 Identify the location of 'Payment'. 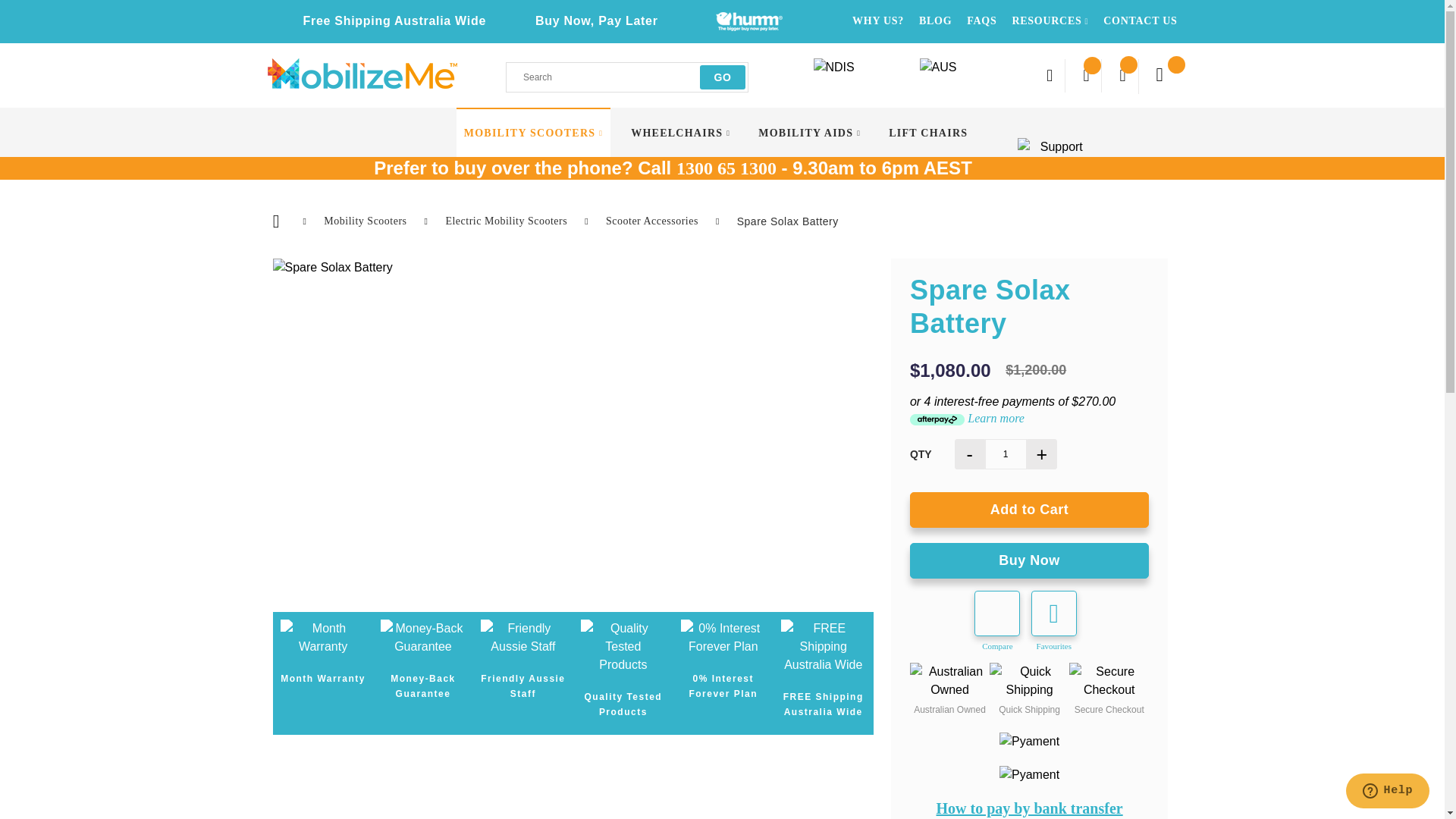
(1029, 775).